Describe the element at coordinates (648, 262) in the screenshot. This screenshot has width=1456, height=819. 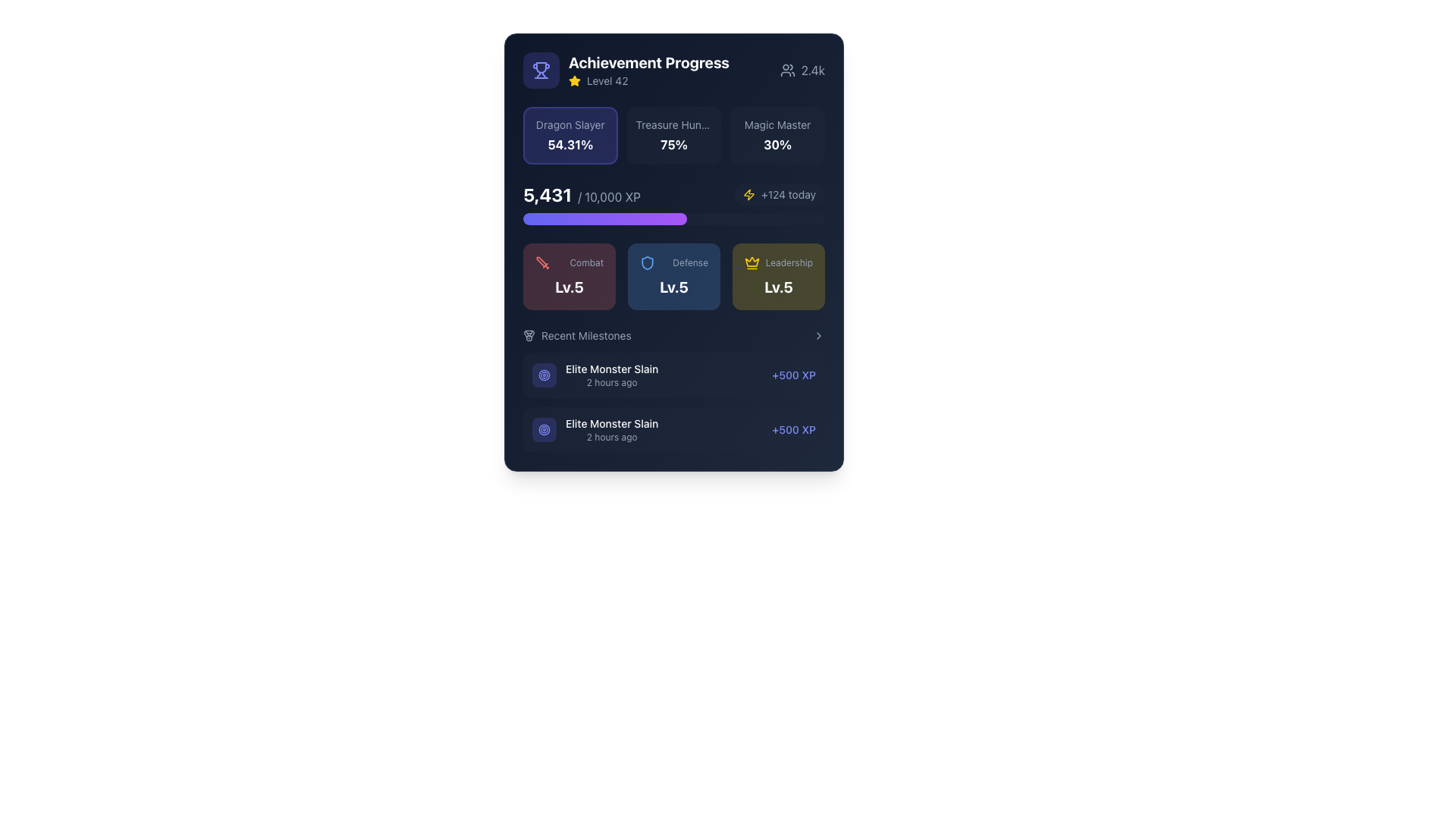
I see `the defense icon located to the left of the text 'Defense' in the middle column of the second row of the main card` at that location.